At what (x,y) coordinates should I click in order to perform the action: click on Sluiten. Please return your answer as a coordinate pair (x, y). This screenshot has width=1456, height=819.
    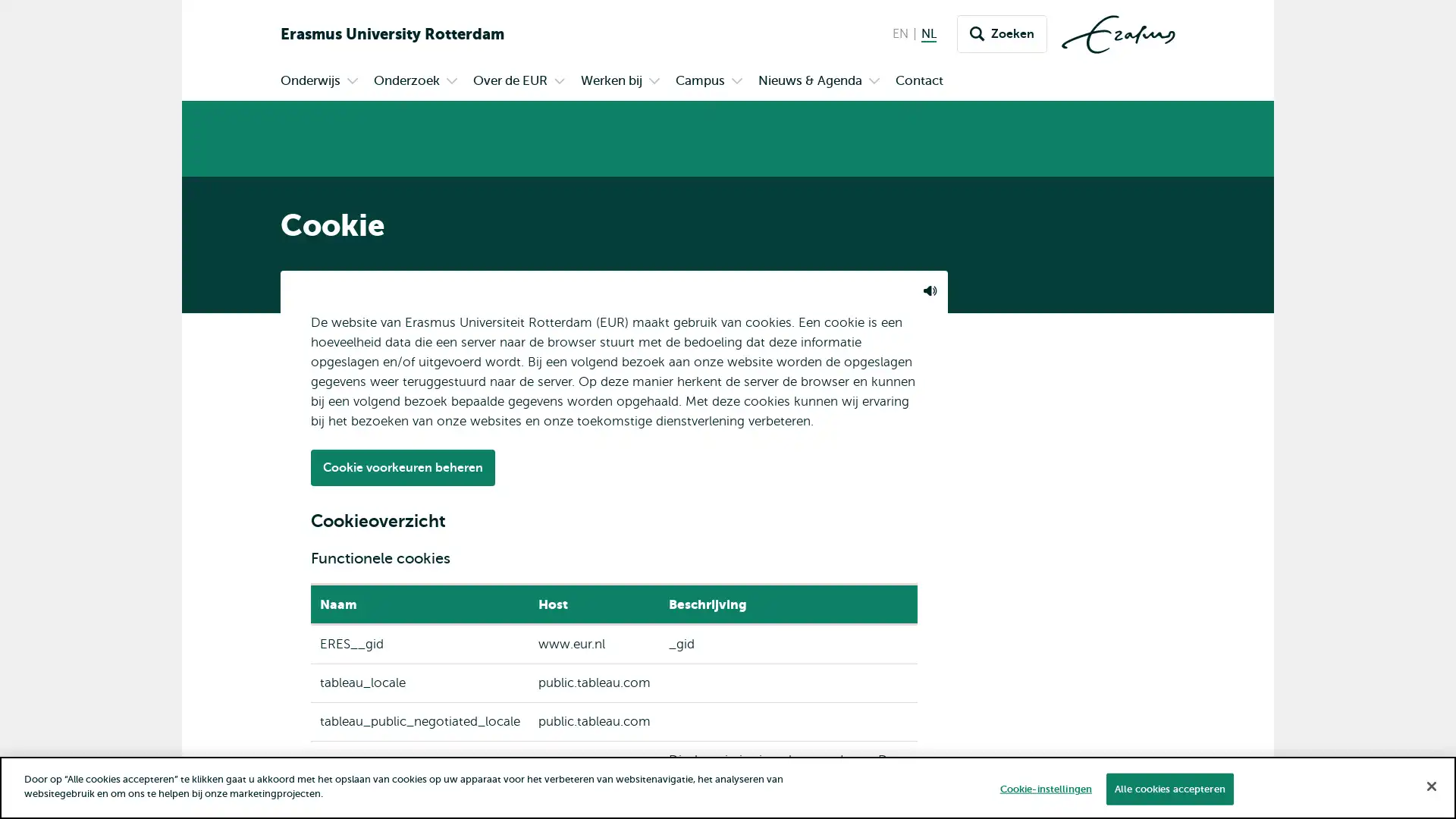
    Looking at the image, I should click on (1430, 785).